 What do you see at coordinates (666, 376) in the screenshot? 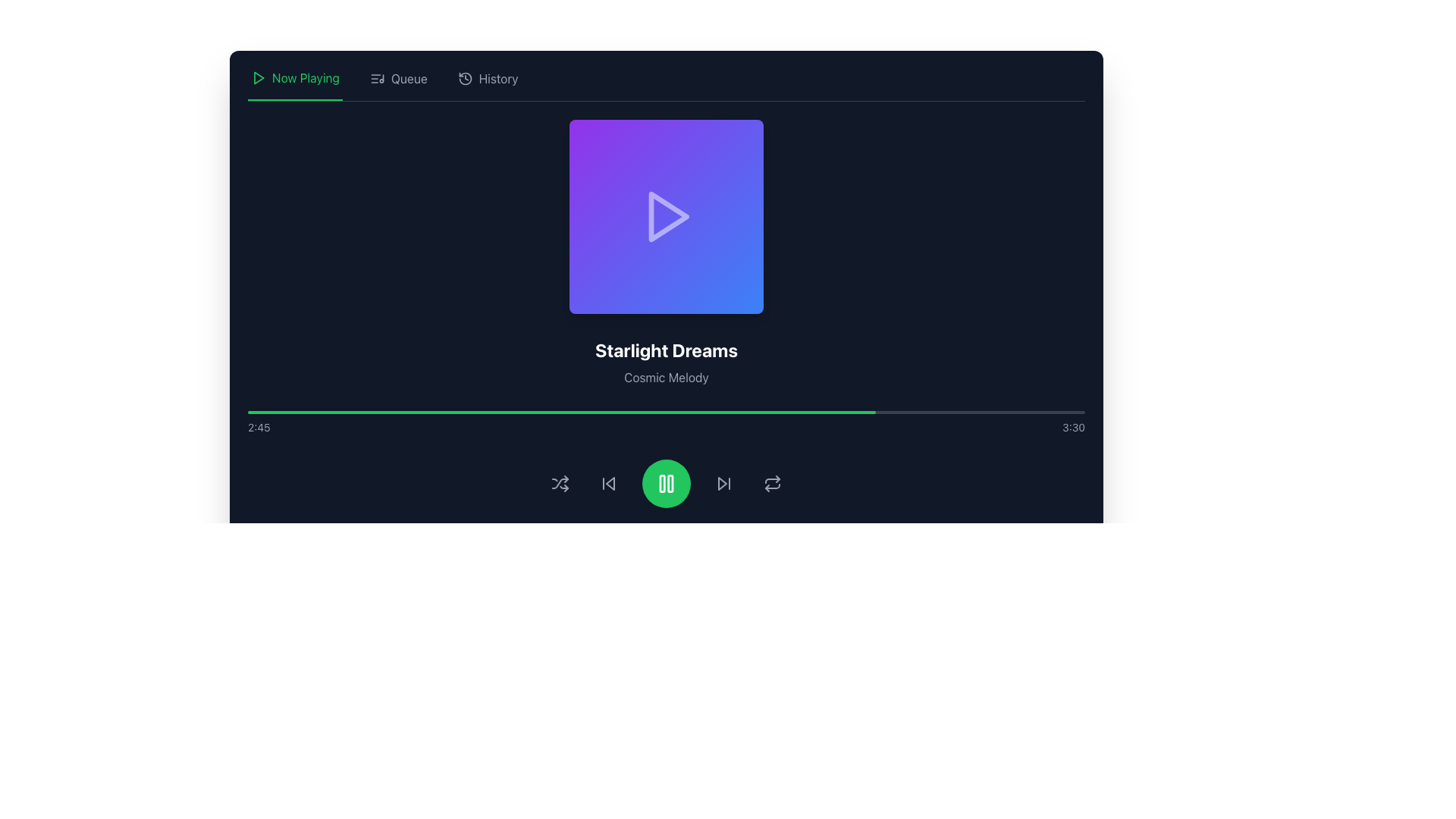
I see `the subtitle text label located below the main title 'Starlight Dreams' in the center of the interface` at bounding box center [666, 376].